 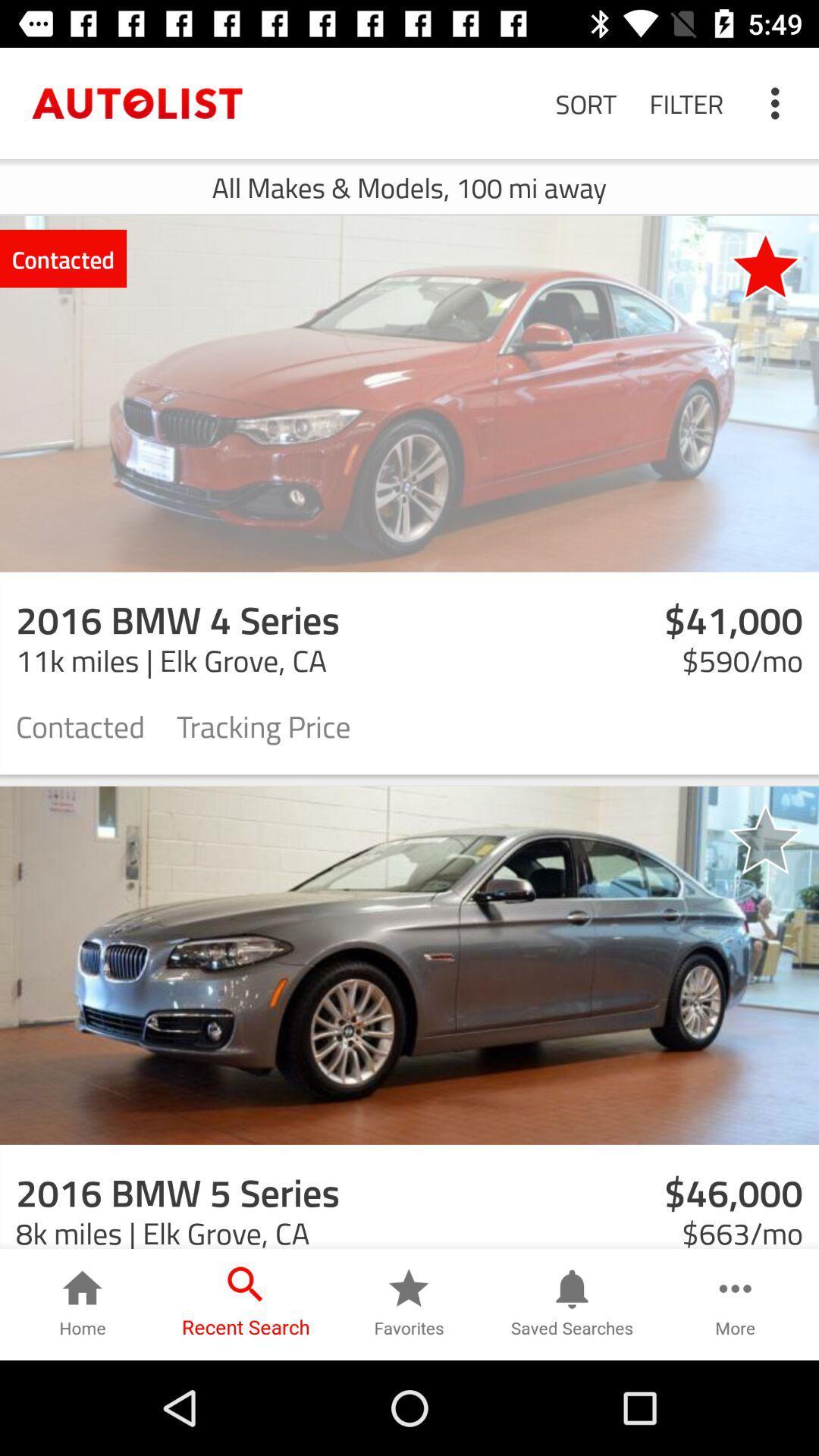 I want to click on the icon to the right of the sort icon, so click(x=686, y=102).